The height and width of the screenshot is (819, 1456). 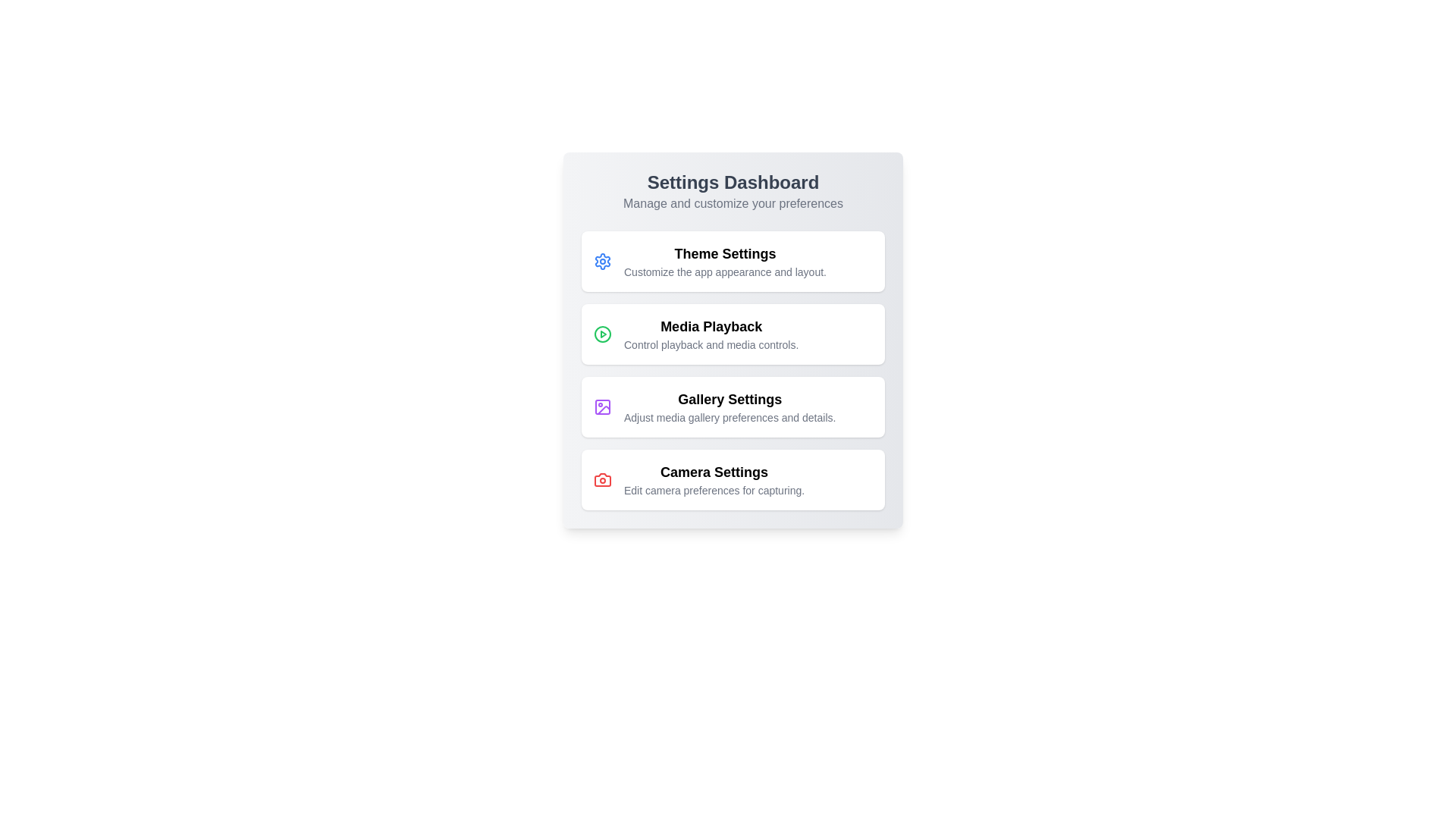 What do you see at coordinates (602, 479) in the screenshot?
I see `the left-most icon in the 'Camera Settings' row that indicates camera functionalities` at bounding box center [602, 479].